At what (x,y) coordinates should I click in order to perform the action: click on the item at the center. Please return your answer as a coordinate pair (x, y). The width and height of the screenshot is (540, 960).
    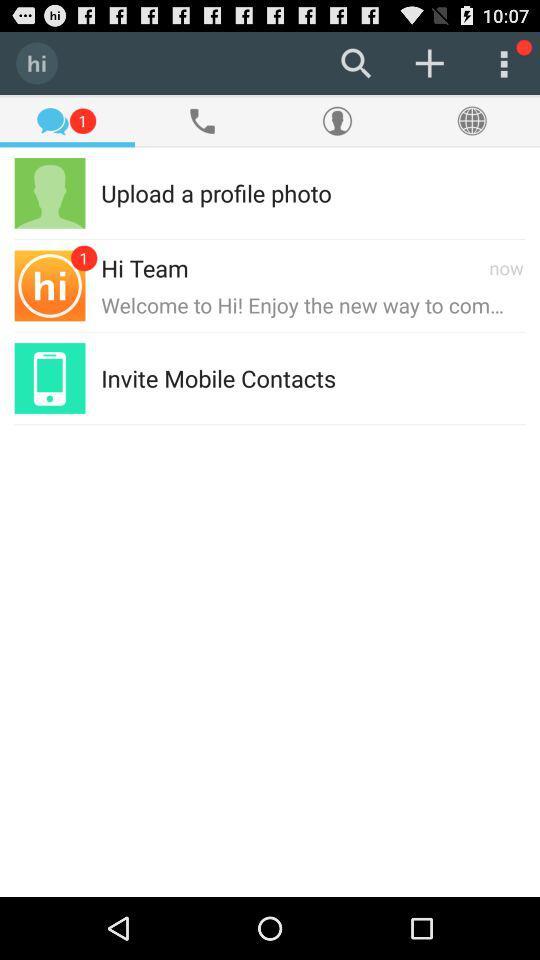
    Looking at the image, I should click on (217, 377).